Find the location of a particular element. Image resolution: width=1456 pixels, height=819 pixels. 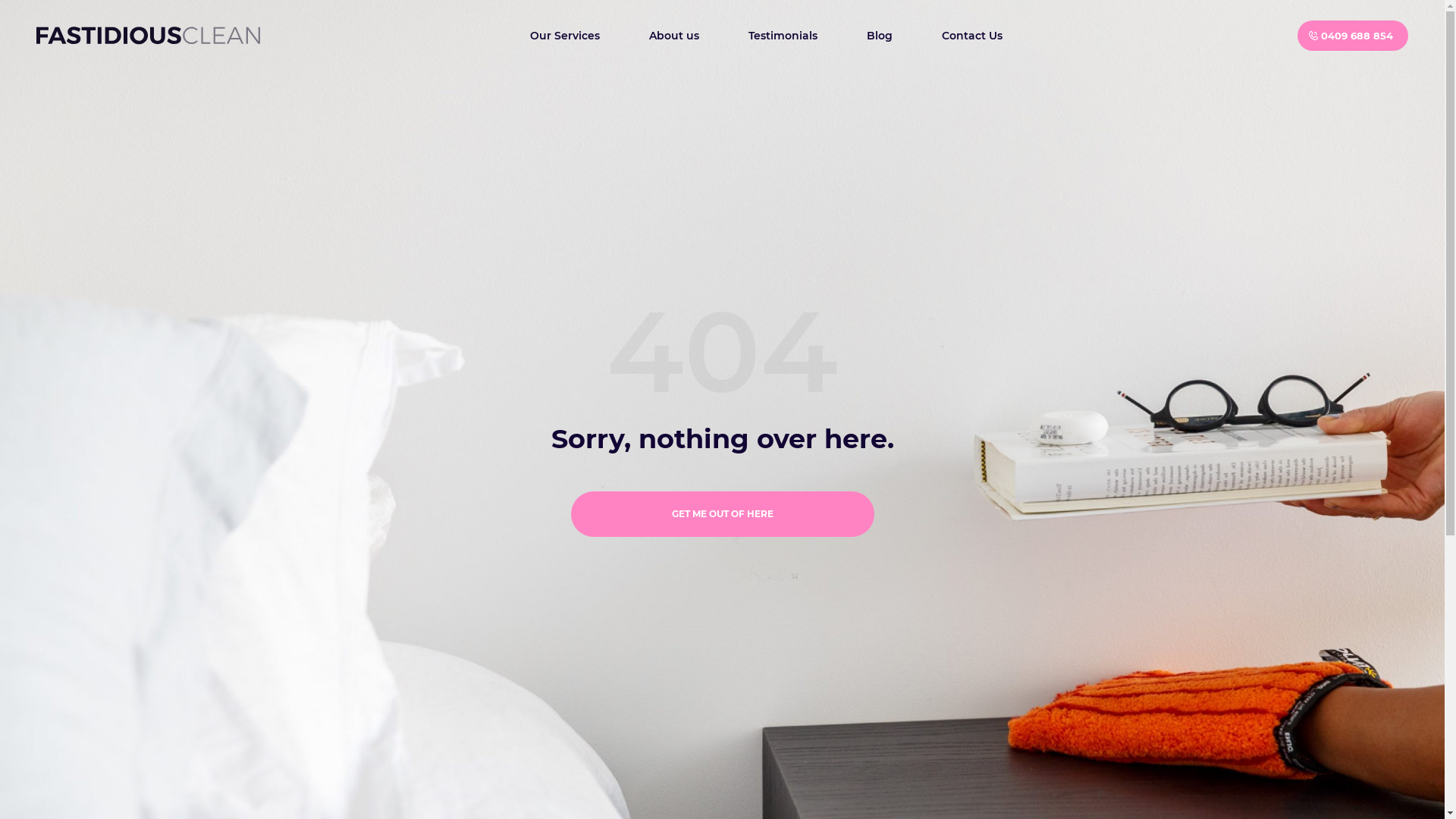

'GET ME OUT OF HERE' is located at coordinates (720, 513).